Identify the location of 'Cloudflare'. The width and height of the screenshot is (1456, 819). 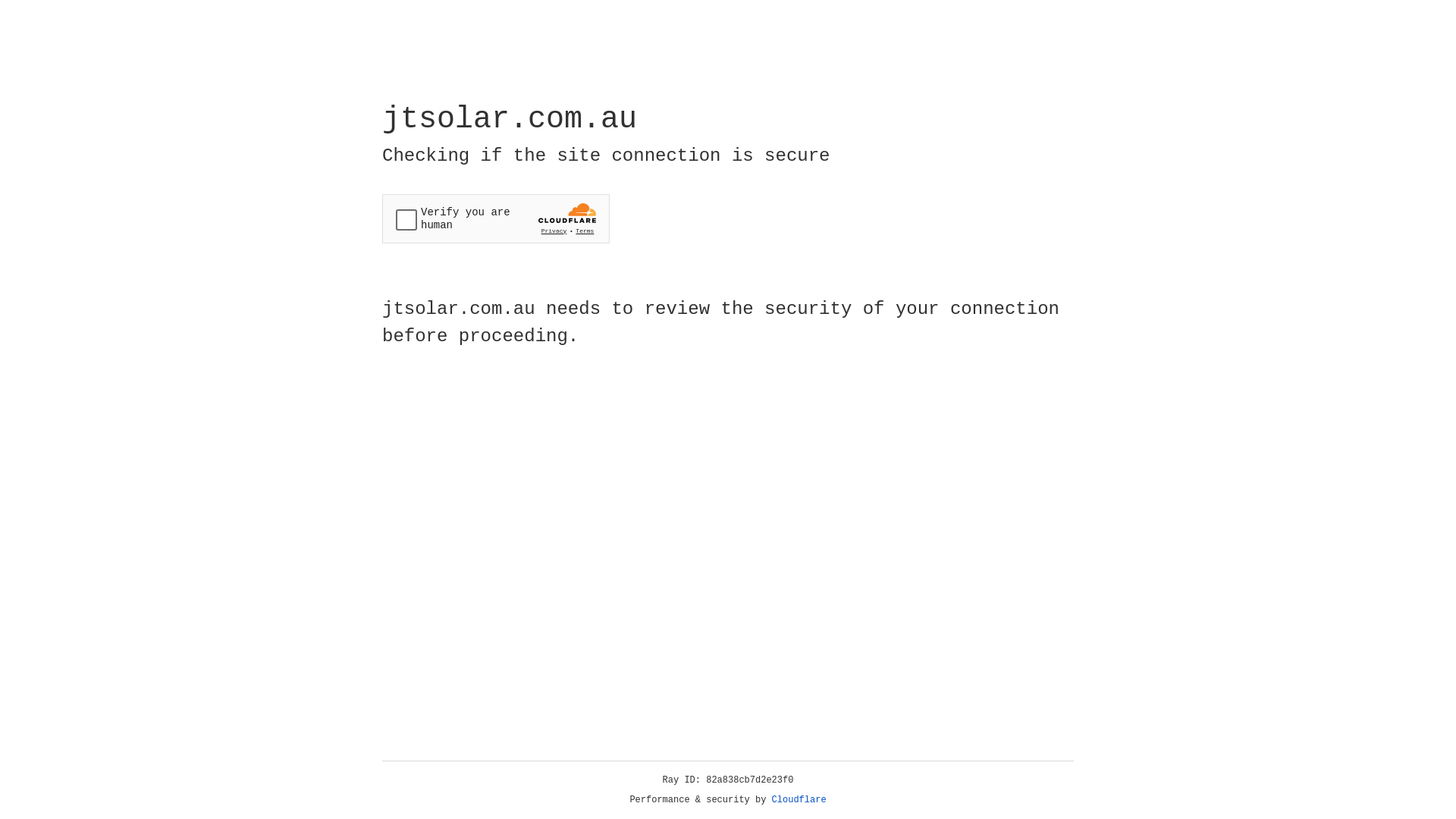
(771, 799).